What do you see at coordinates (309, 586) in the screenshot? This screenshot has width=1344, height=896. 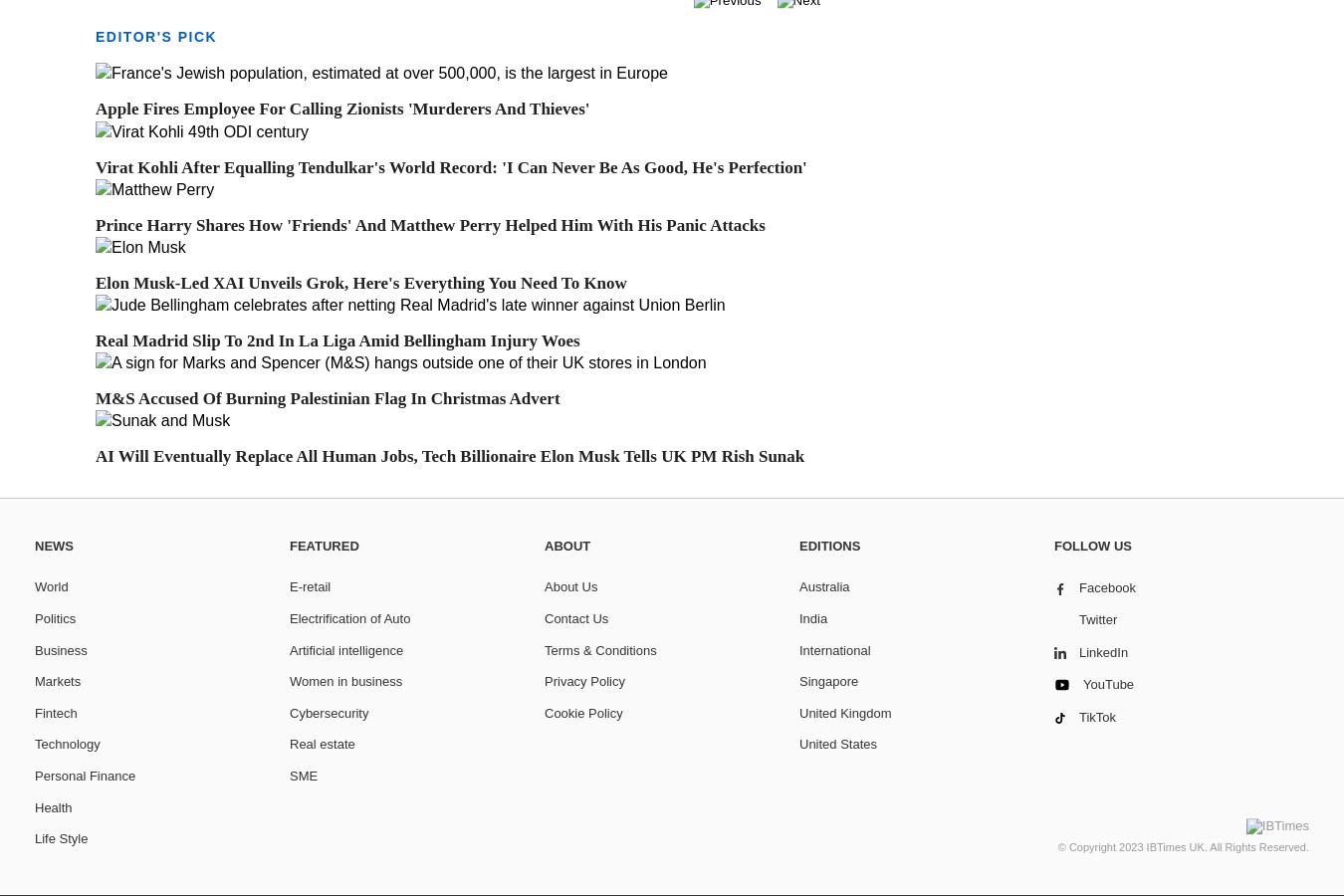 I see `'E-retail'` at bounding box center [309, 586].